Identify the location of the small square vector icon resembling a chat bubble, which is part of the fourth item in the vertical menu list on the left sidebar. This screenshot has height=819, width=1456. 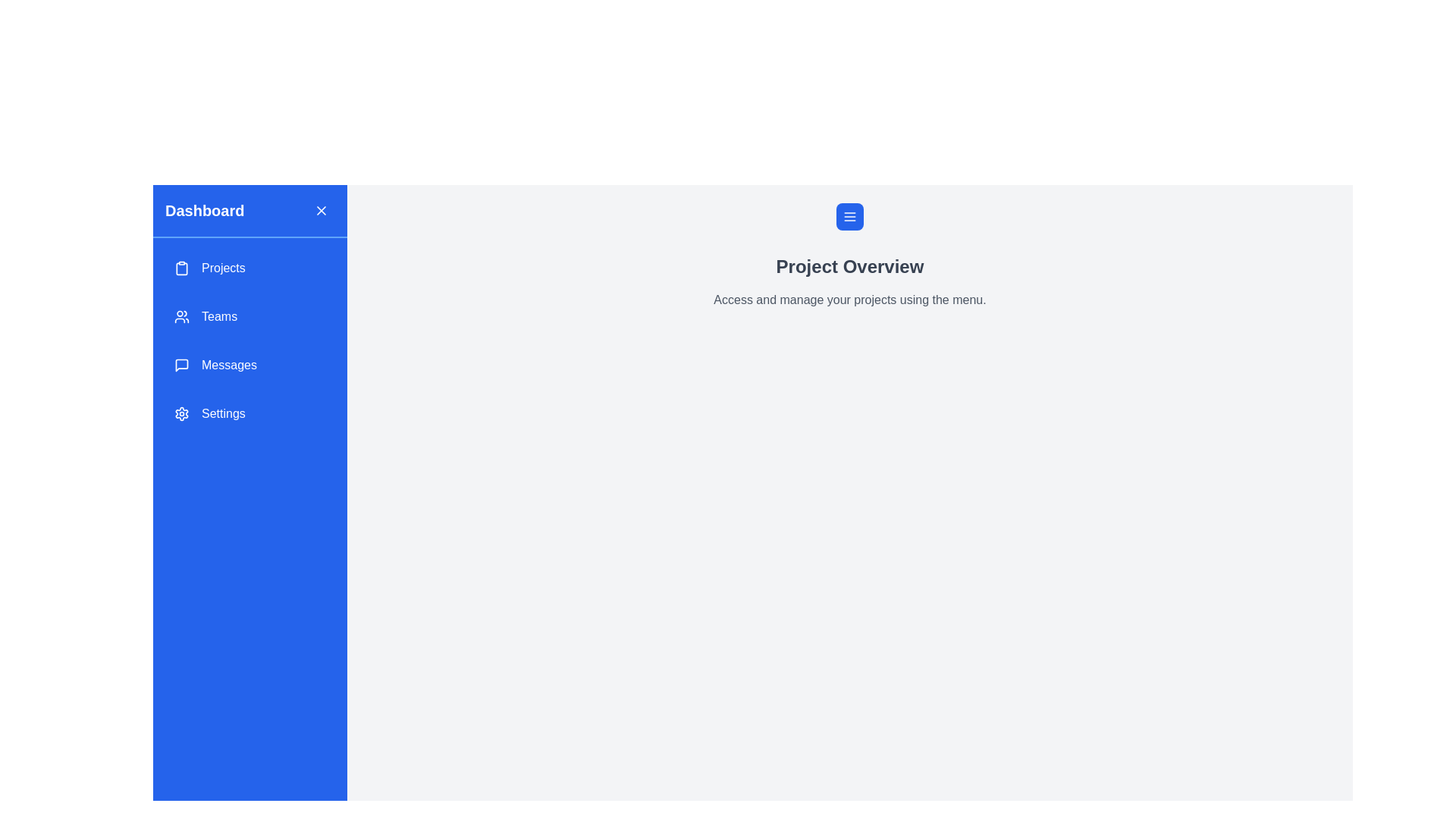
(182, 366).